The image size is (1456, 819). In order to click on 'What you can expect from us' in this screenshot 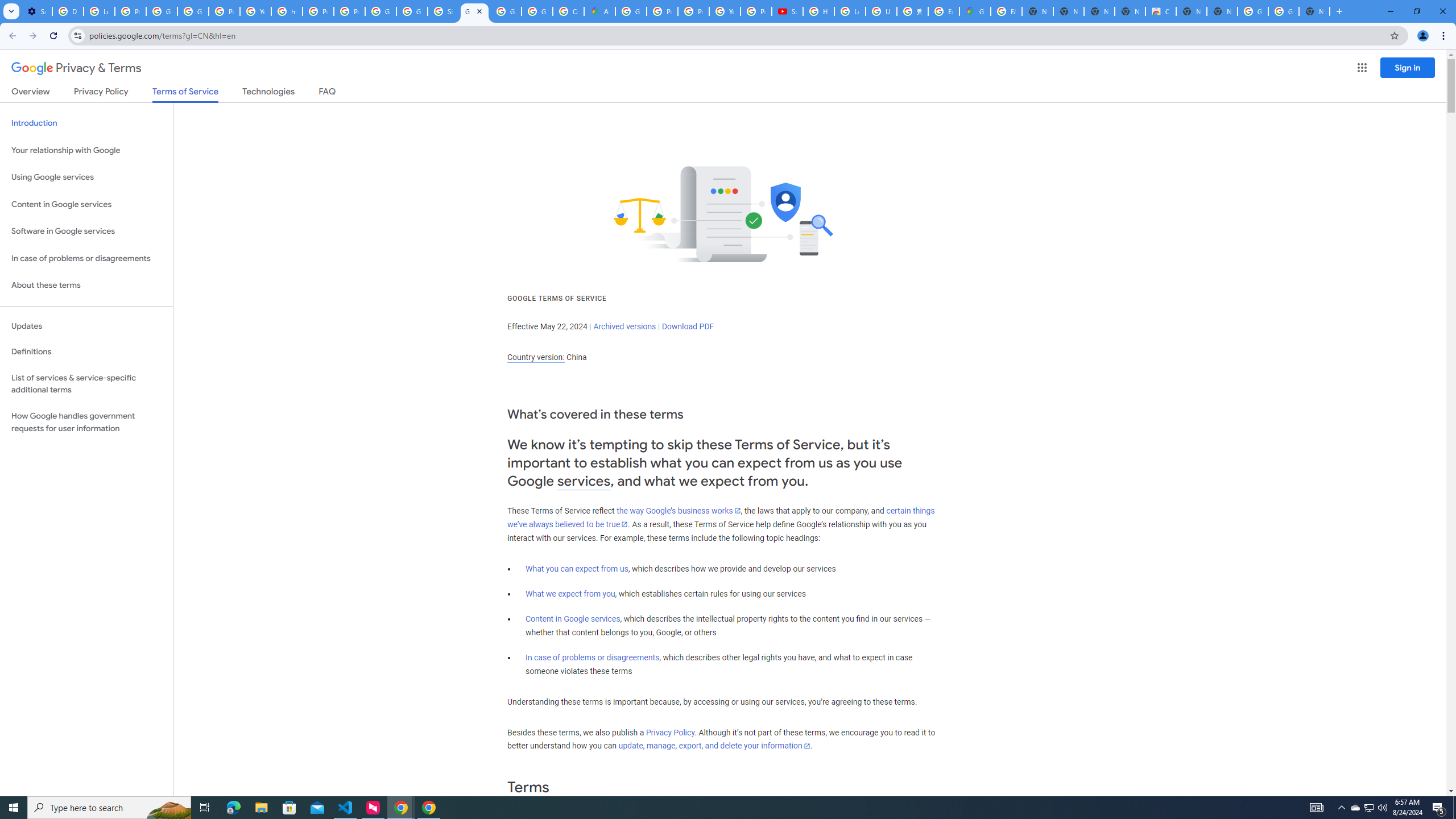, I will do `click(577, 568)`.